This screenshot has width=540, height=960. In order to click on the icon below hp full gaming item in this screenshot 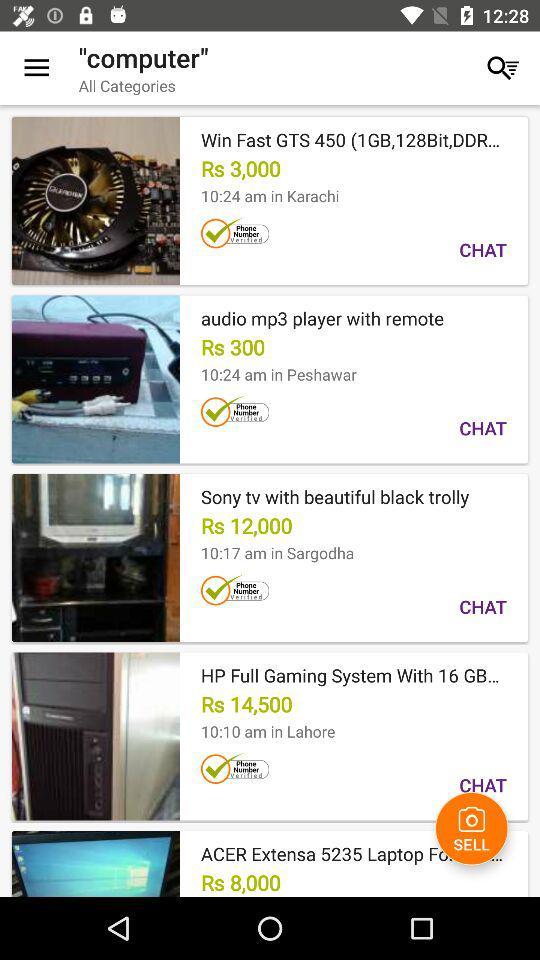, I will do `click(471, 828)`.